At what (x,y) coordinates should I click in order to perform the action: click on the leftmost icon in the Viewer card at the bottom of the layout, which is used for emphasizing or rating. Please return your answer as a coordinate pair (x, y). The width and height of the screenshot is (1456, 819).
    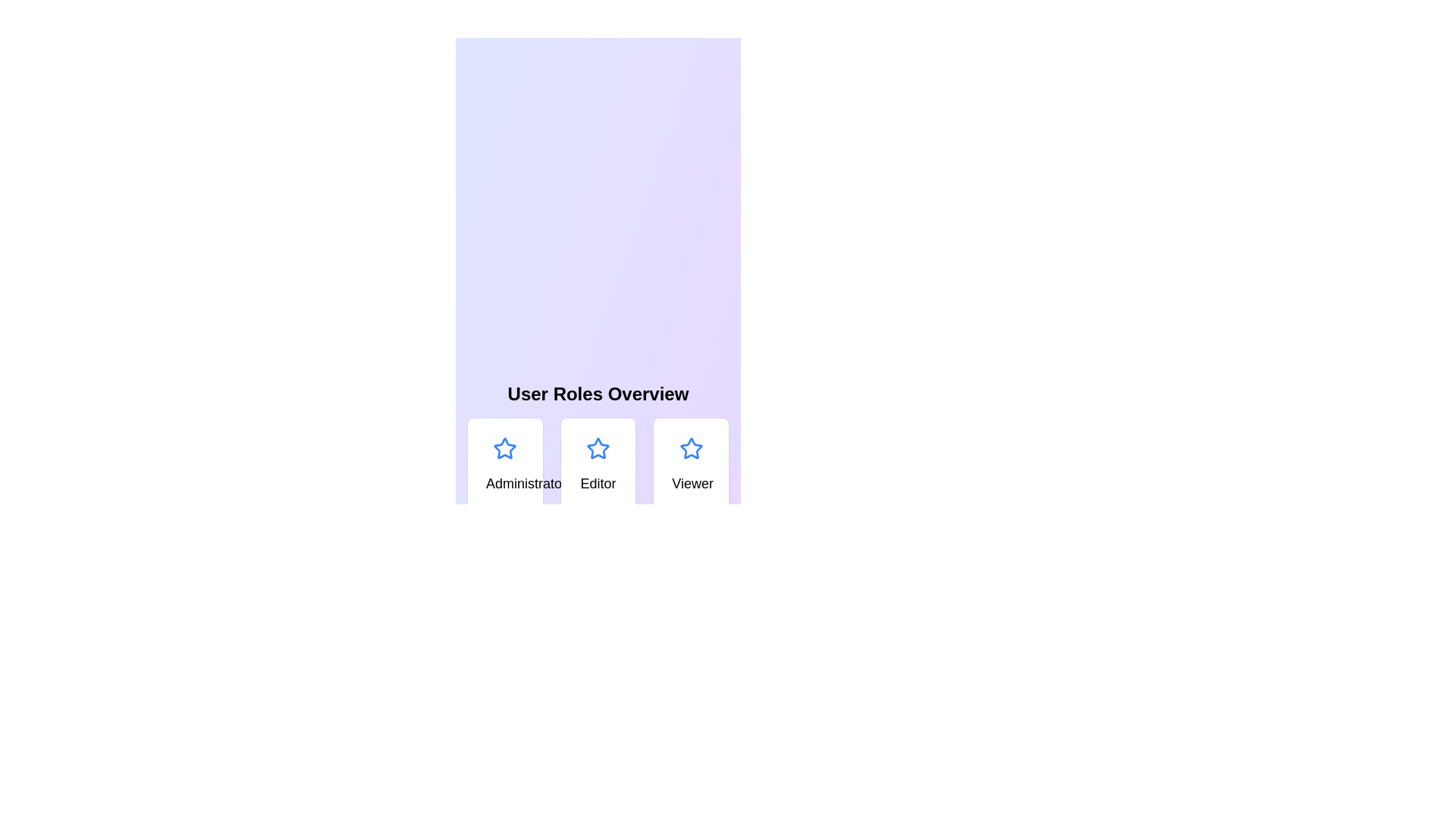
    Looking at the image, I should click on (690, 447).